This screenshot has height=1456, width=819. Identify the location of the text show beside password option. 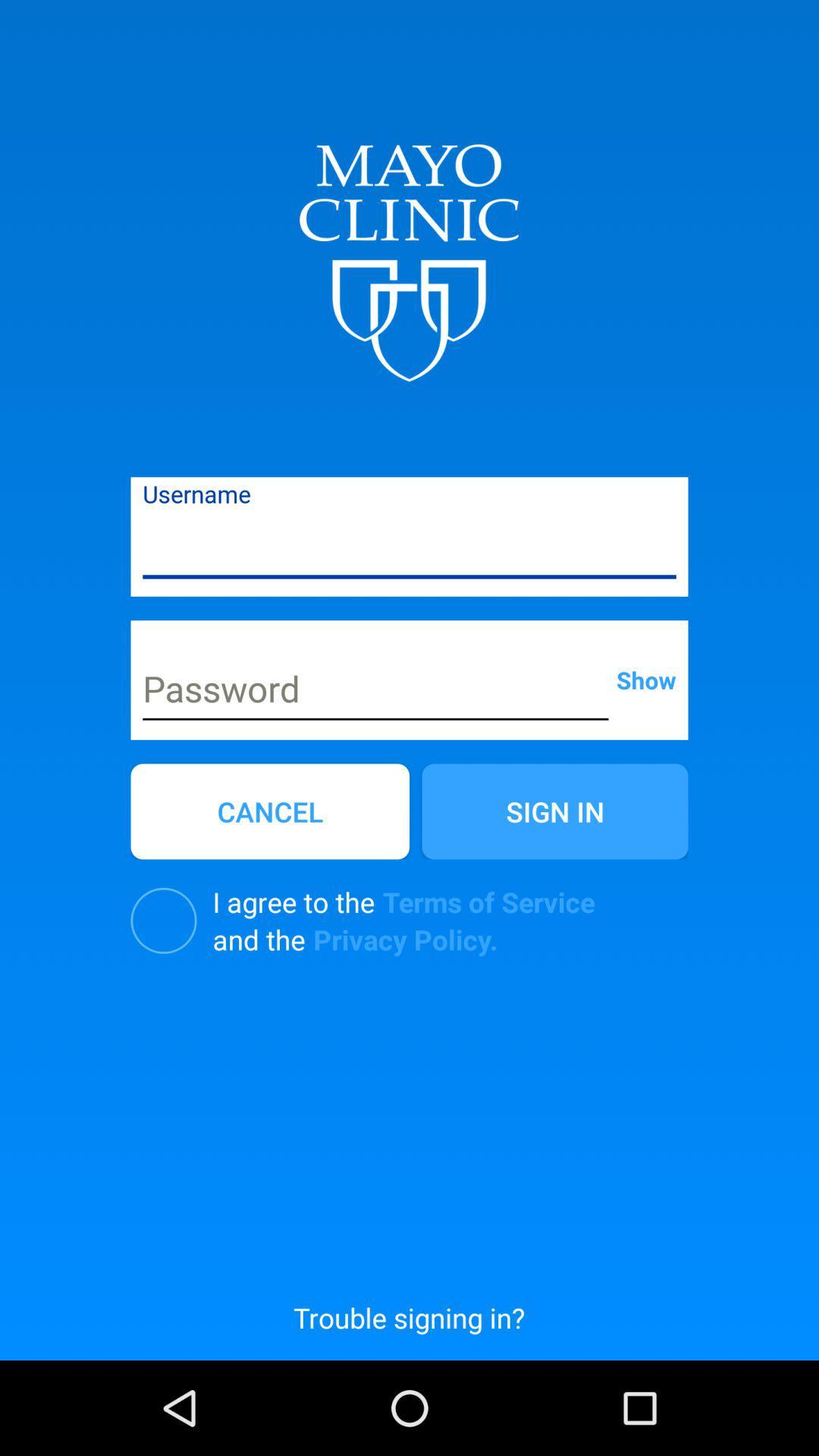
(646, 679).